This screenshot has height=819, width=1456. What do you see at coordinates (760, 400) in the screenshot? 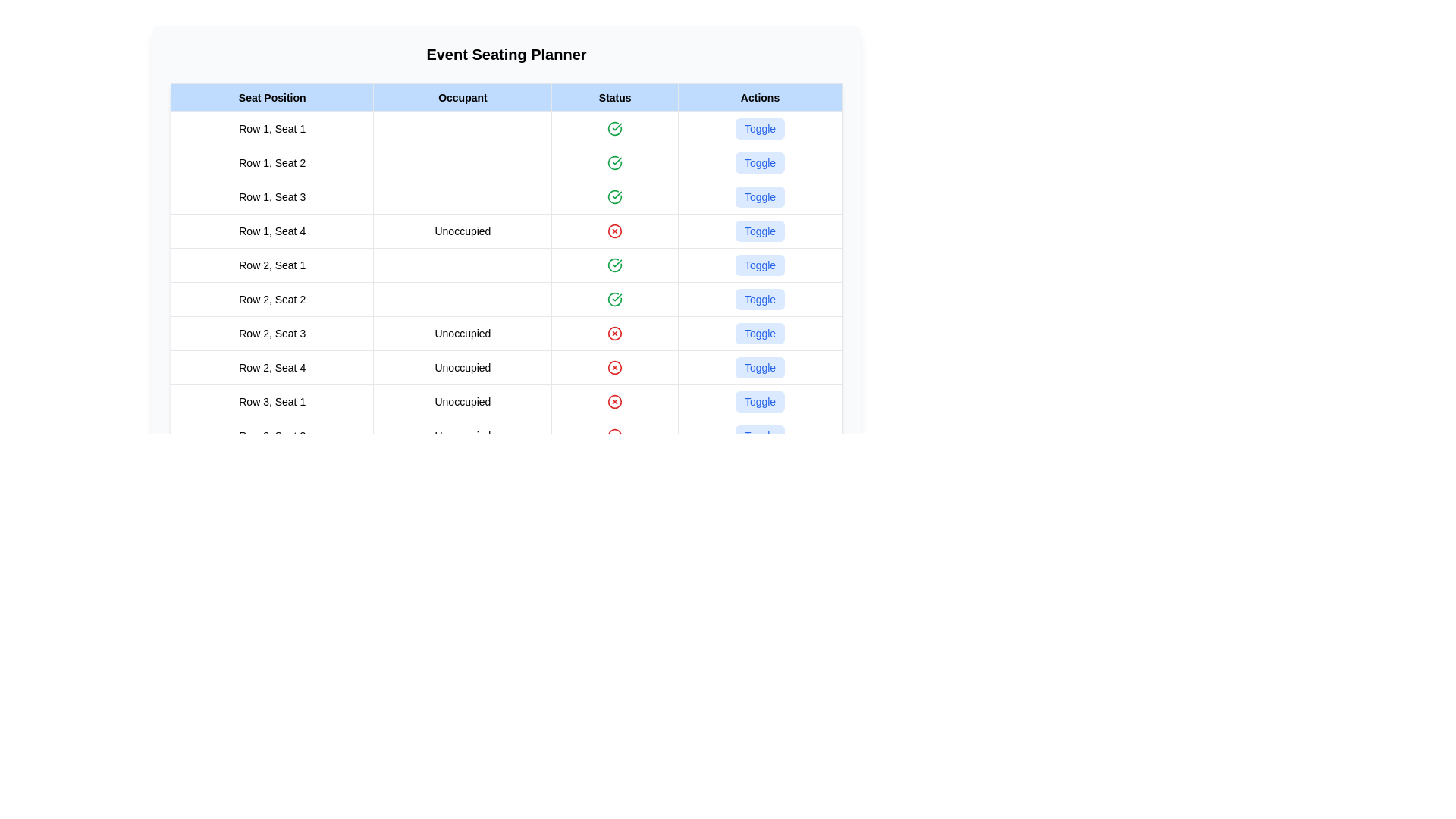
I see `the toggle button located in the 'Actions' column of the last row labeled 'Row 3, Seat 1'` at bounding box center [760, 400].